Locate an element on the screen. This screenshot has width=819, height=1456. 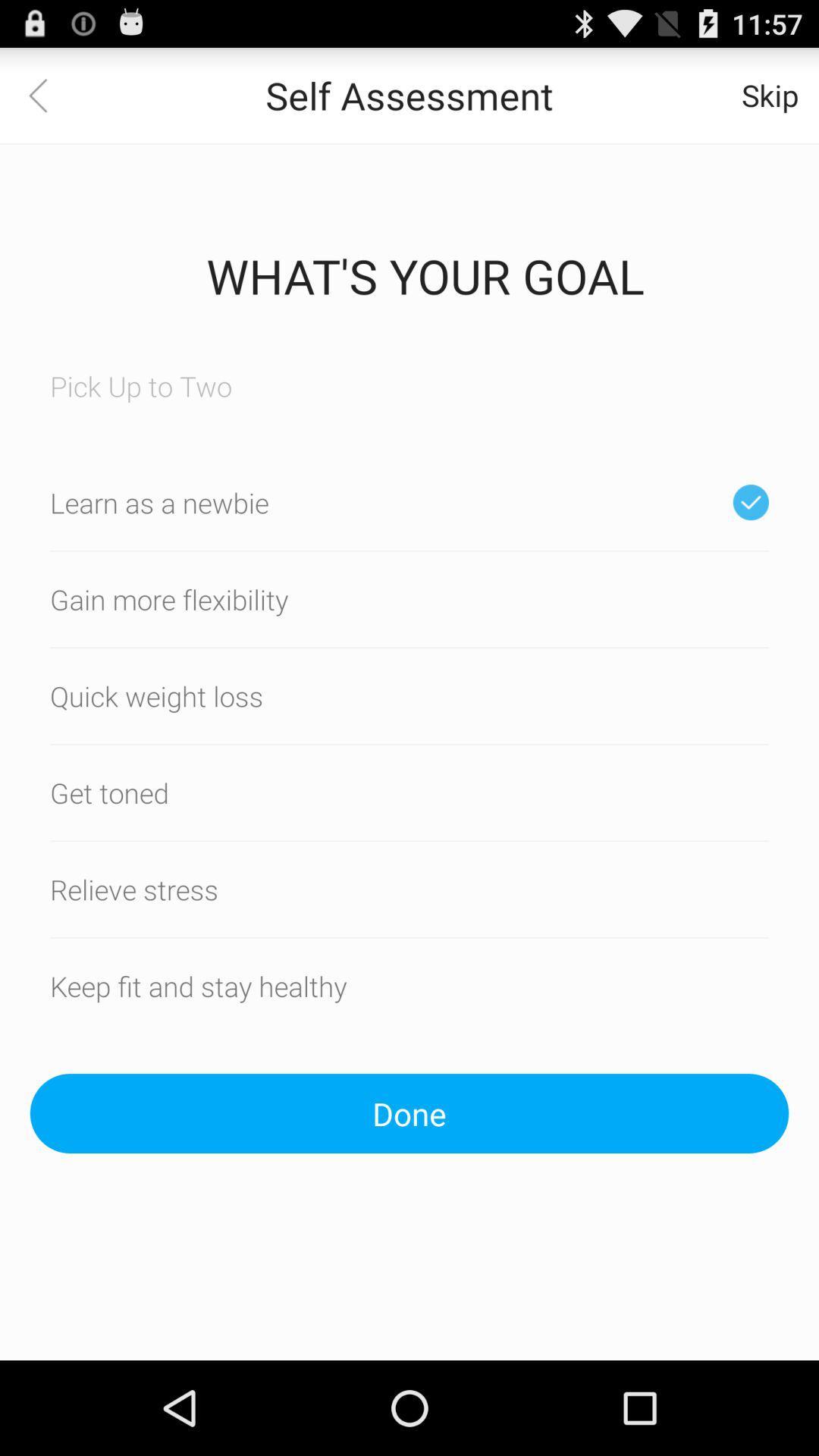
done is located at coordinates (409, 1113).